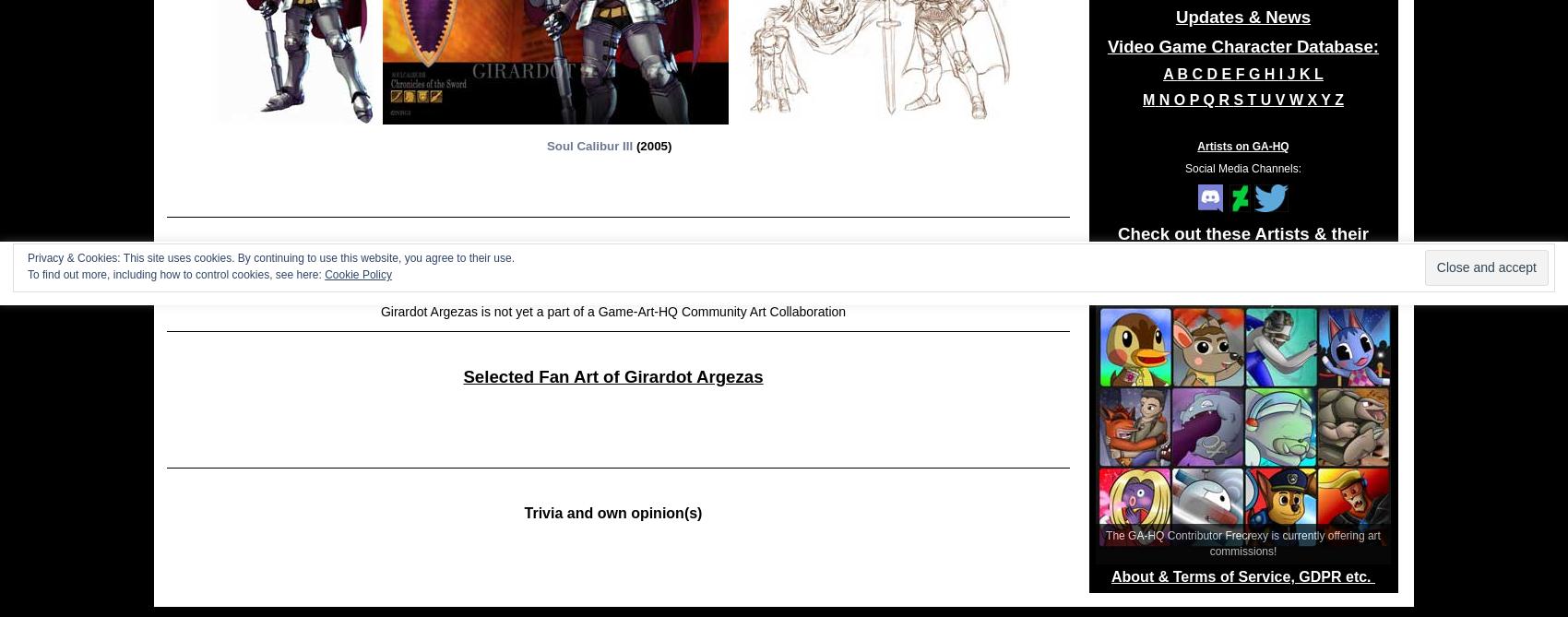 The image size is (1568, 617). Describe the element at coordinates (1240, 100) in the screenshot. I see `'S'` at that location.